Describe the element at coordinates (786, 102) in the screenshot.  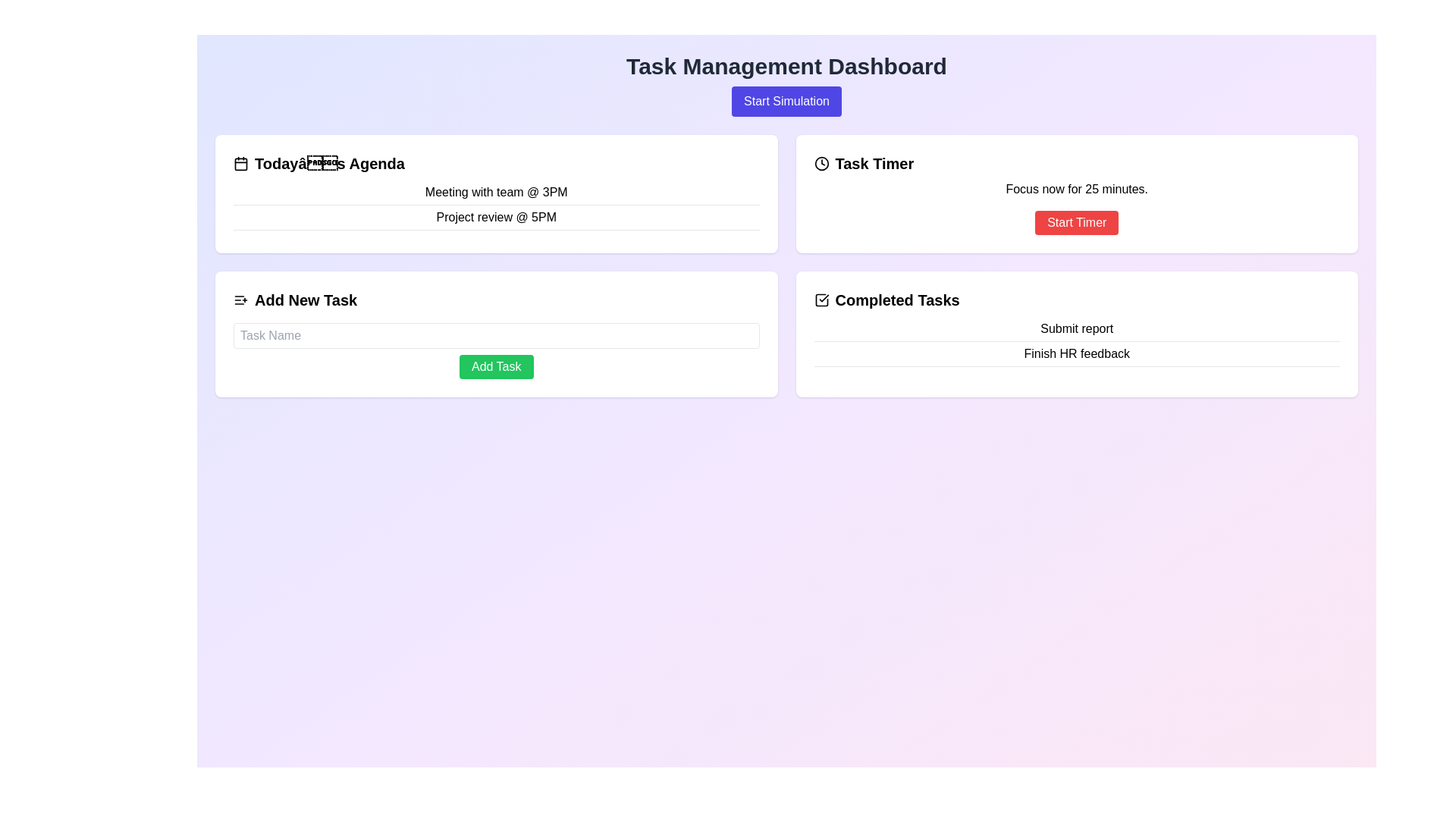
I see `the 'Start Simulation' button, which is a rectangular button with rounded corners and white text on an indigo background` at that location.